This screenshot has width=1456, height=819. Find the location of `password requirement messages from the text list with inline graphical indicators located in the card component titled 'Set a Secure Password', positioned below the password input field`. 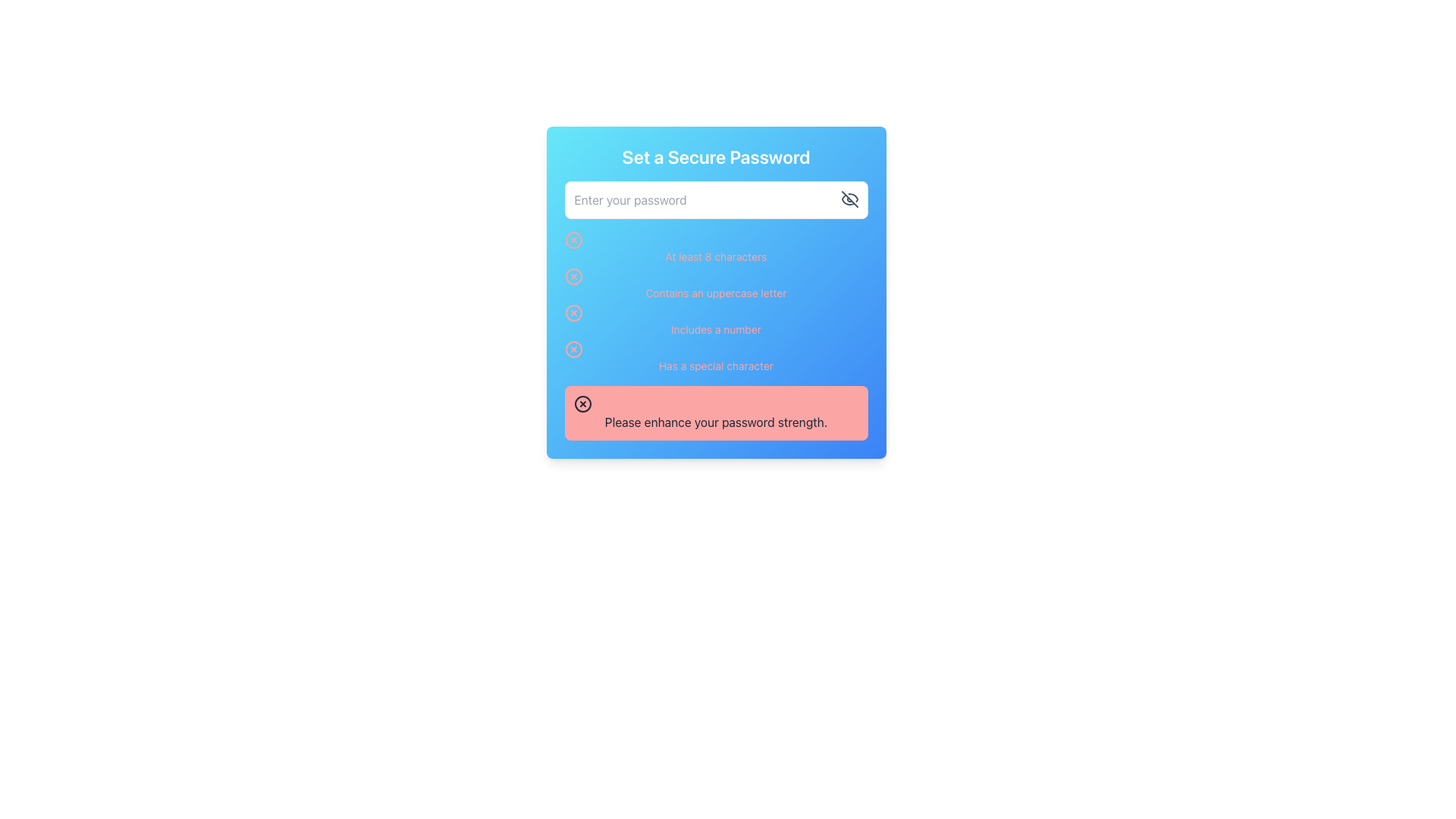

password requirement messages from the text list with inline graphical indicators located in the card component titled 'Set a Secure Password', positioned below the password input field is located at coordinates (715, 302).